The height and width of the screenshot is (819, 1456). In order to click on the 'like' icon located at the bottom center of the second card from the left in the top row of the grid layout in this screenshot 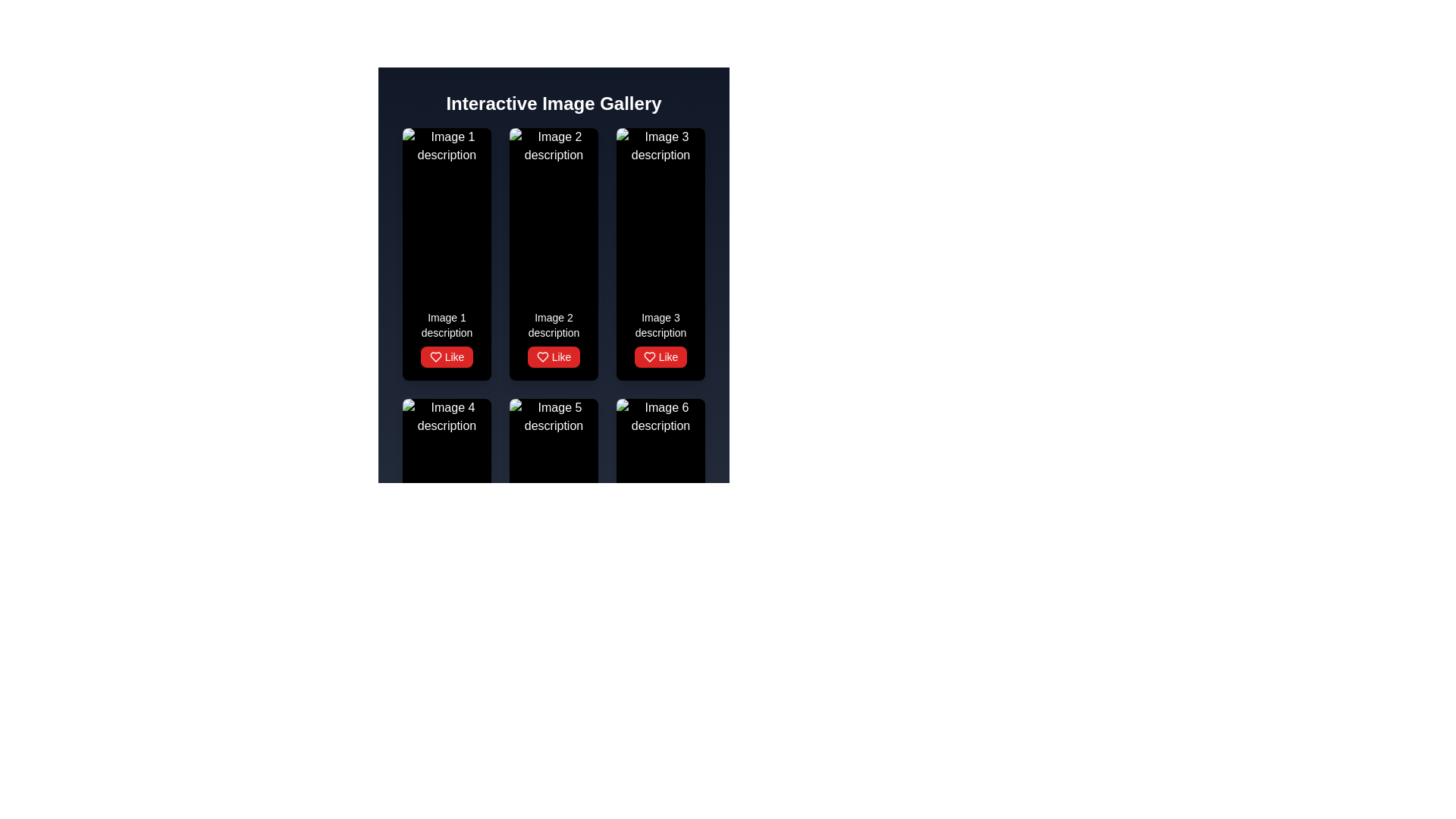, I will do `click(435, 356)`.